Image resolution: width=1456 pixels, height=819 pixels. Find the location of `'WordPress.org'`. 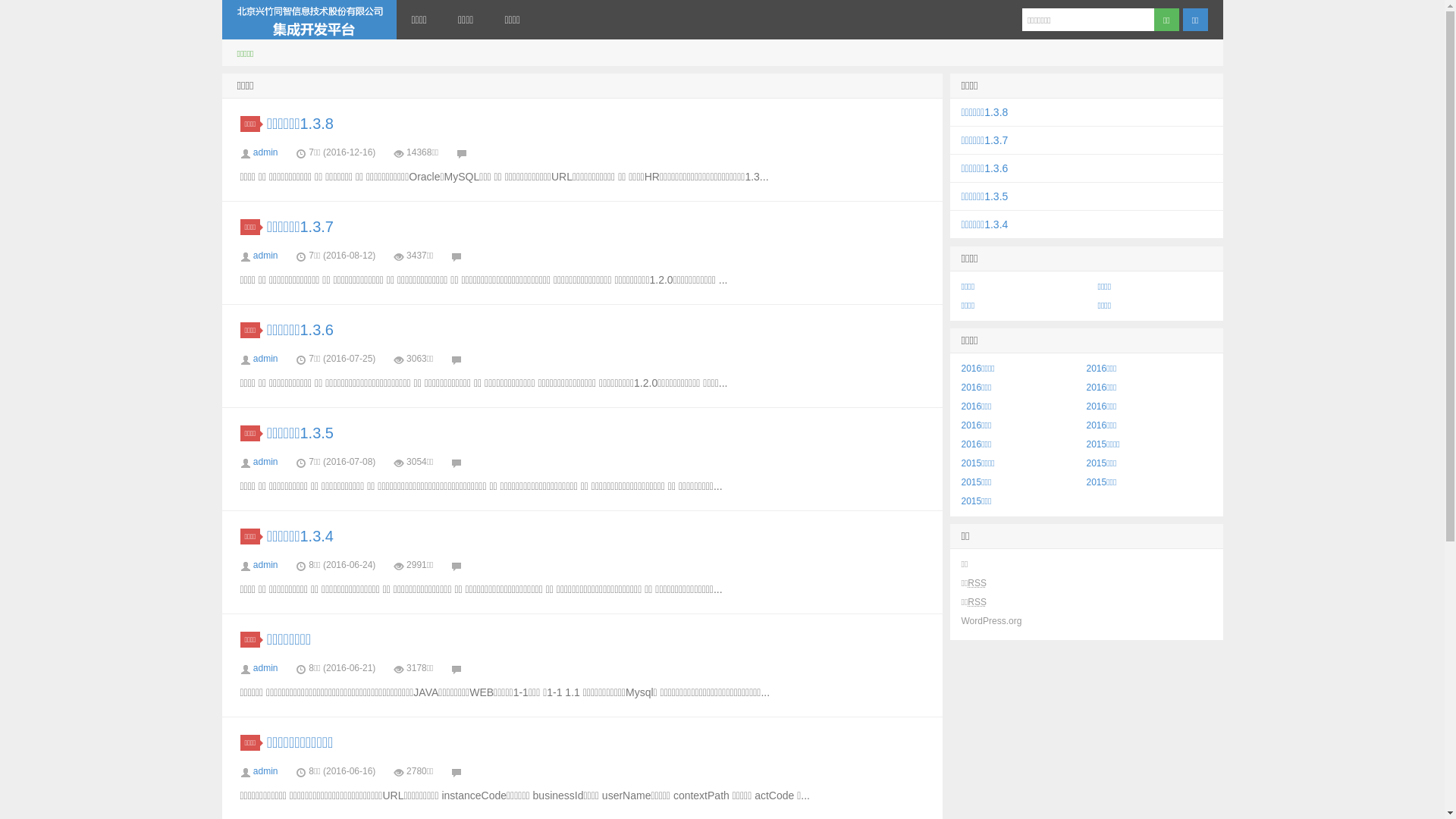

'WordPress.org' is located at coordinates (991, 620).